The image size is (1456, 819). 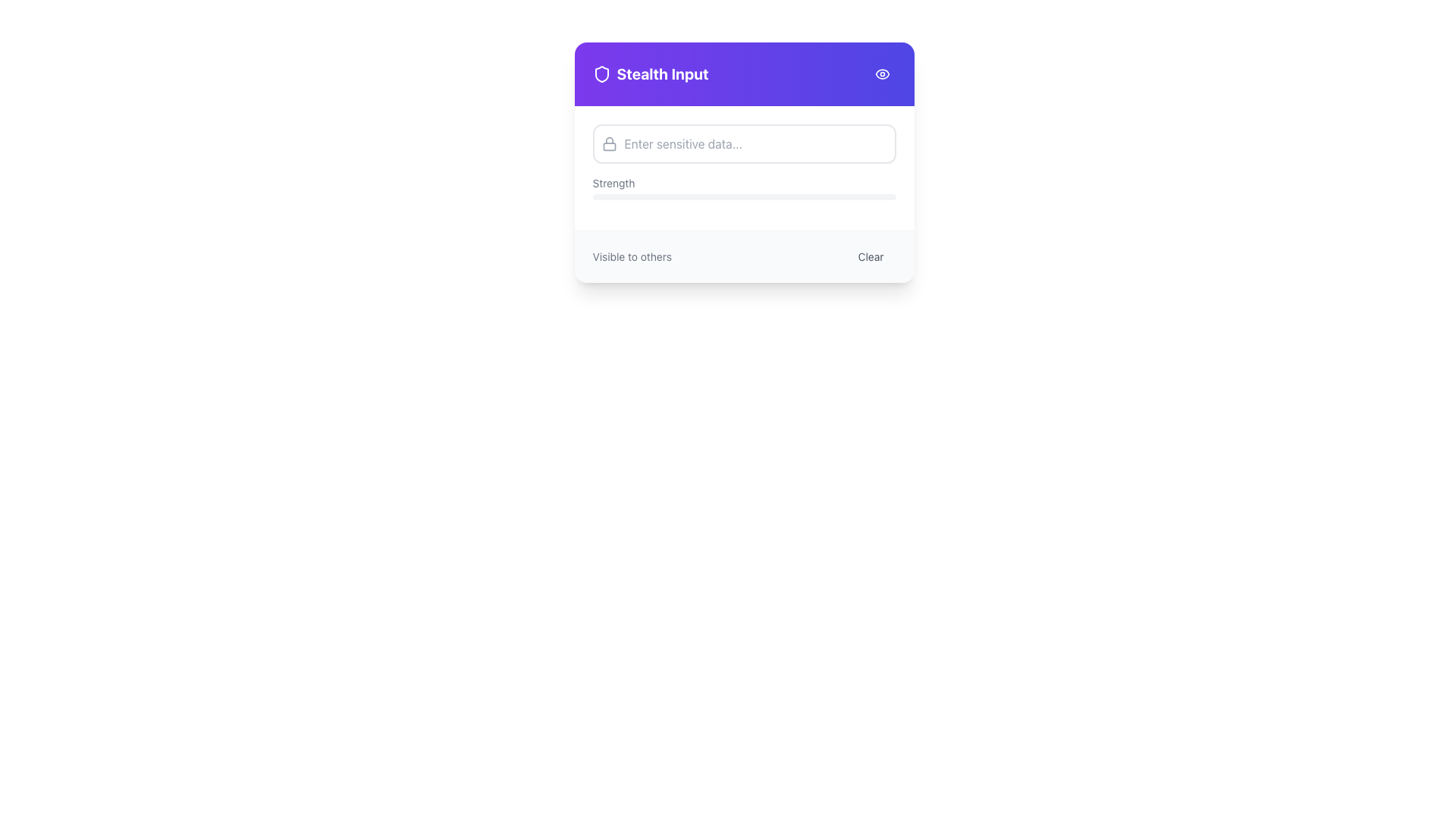 What do you see at coordinates (604, 143) in the screenshot?
I see `the small gray lock icon located to the left of the input field with placeholder text 'Enter sensitive data...'` at bounding box center [604, 143].